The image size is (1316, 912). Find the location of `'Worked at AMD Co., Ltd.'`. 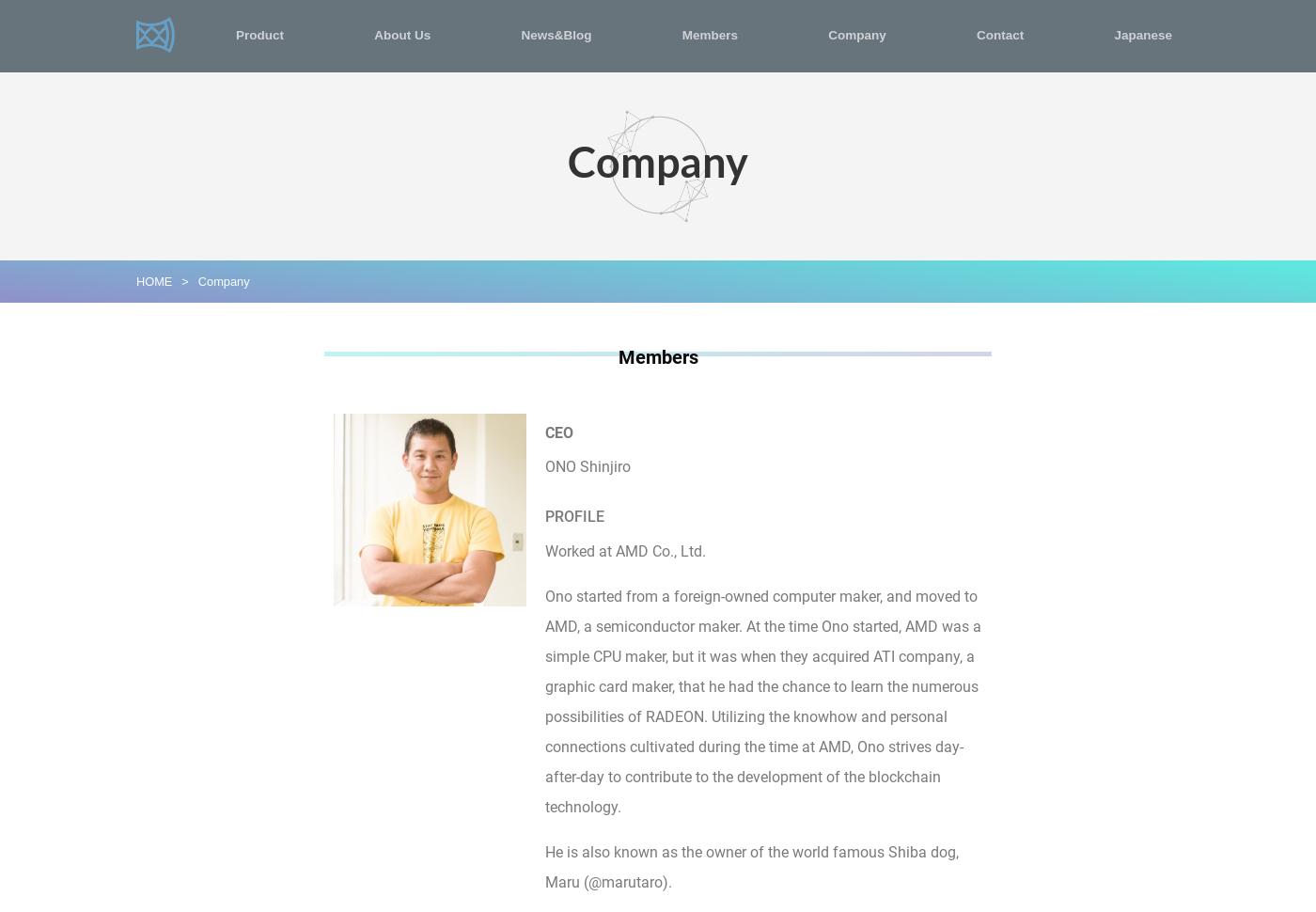

'Worked at AMD Co., Ltd.' is located at coordinates (625, 550).